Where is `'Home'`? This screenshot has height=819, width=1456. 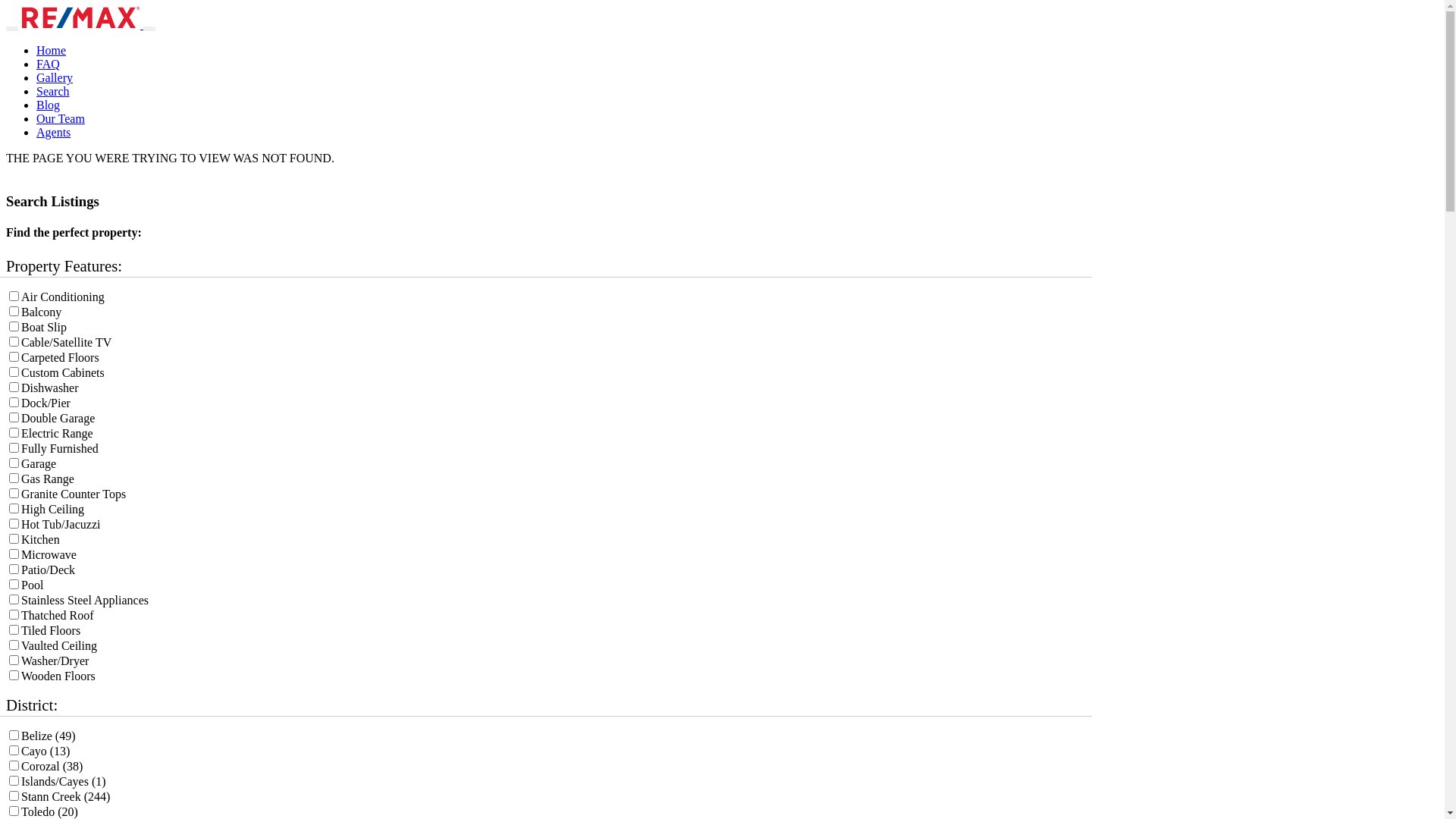 'Home' is located at coordinates (51, 49).